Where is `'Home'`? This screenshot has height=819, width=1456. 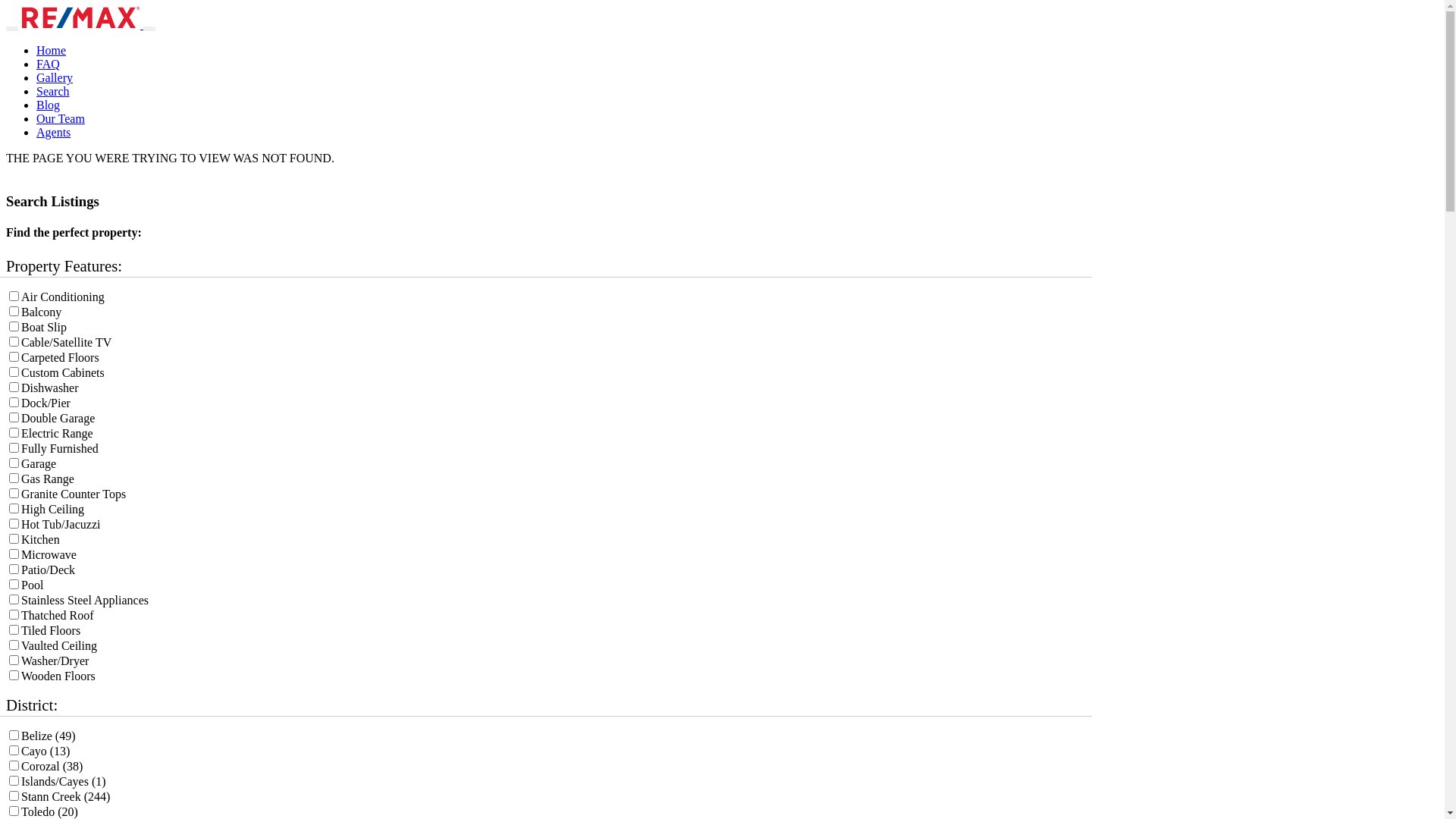 'Home' is located at coordinates (51, 49).